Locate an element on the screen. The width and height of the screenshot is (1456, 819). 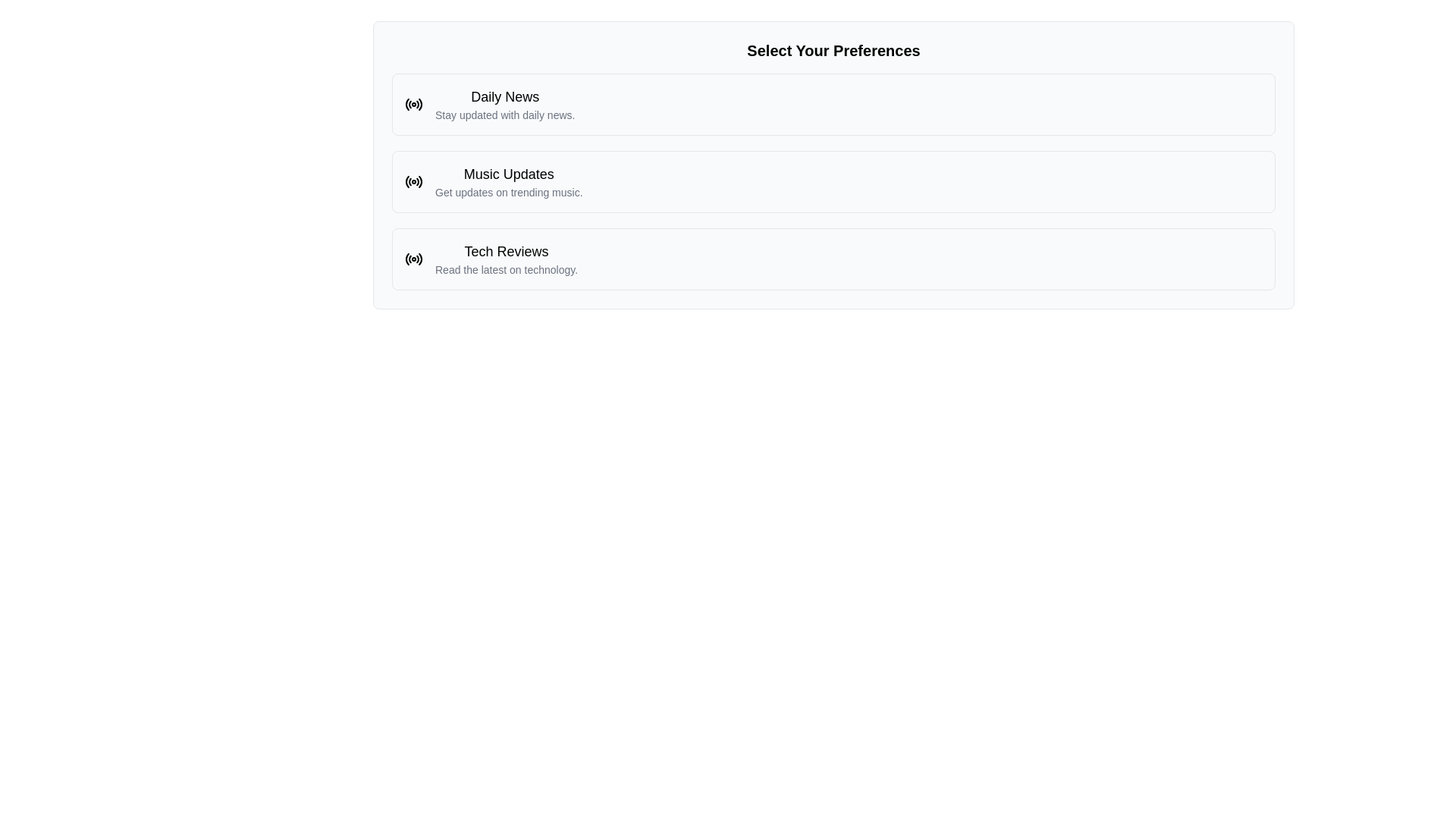
the clickable list item labeled 'Daily News' which features a bold title and a descriptive subtitle is located at coordinates (505, 104).